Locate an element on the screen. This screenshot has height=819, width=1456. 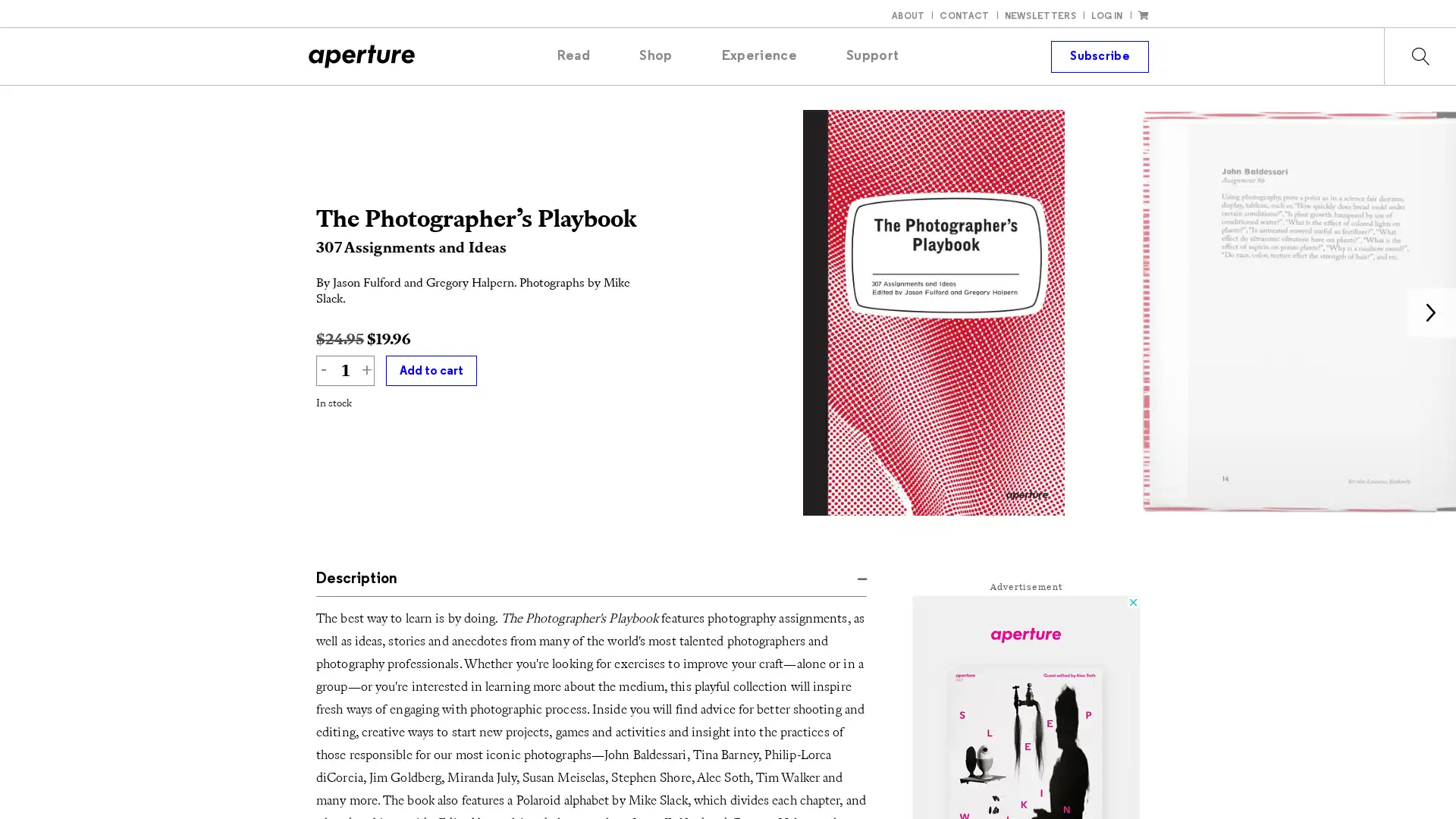
Subscribe is located at coordinates (1099, 55).